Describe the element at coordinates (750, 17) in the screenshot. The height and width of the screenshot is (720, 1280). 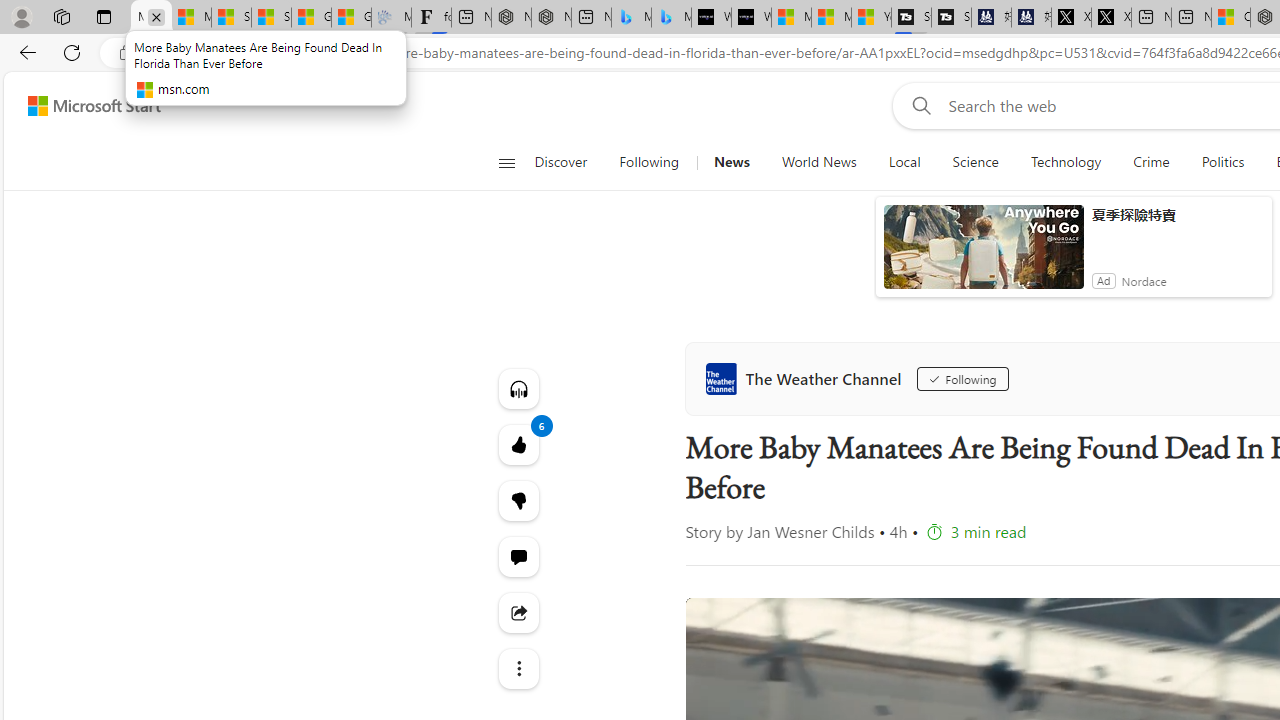
I see `'What'` at that location.